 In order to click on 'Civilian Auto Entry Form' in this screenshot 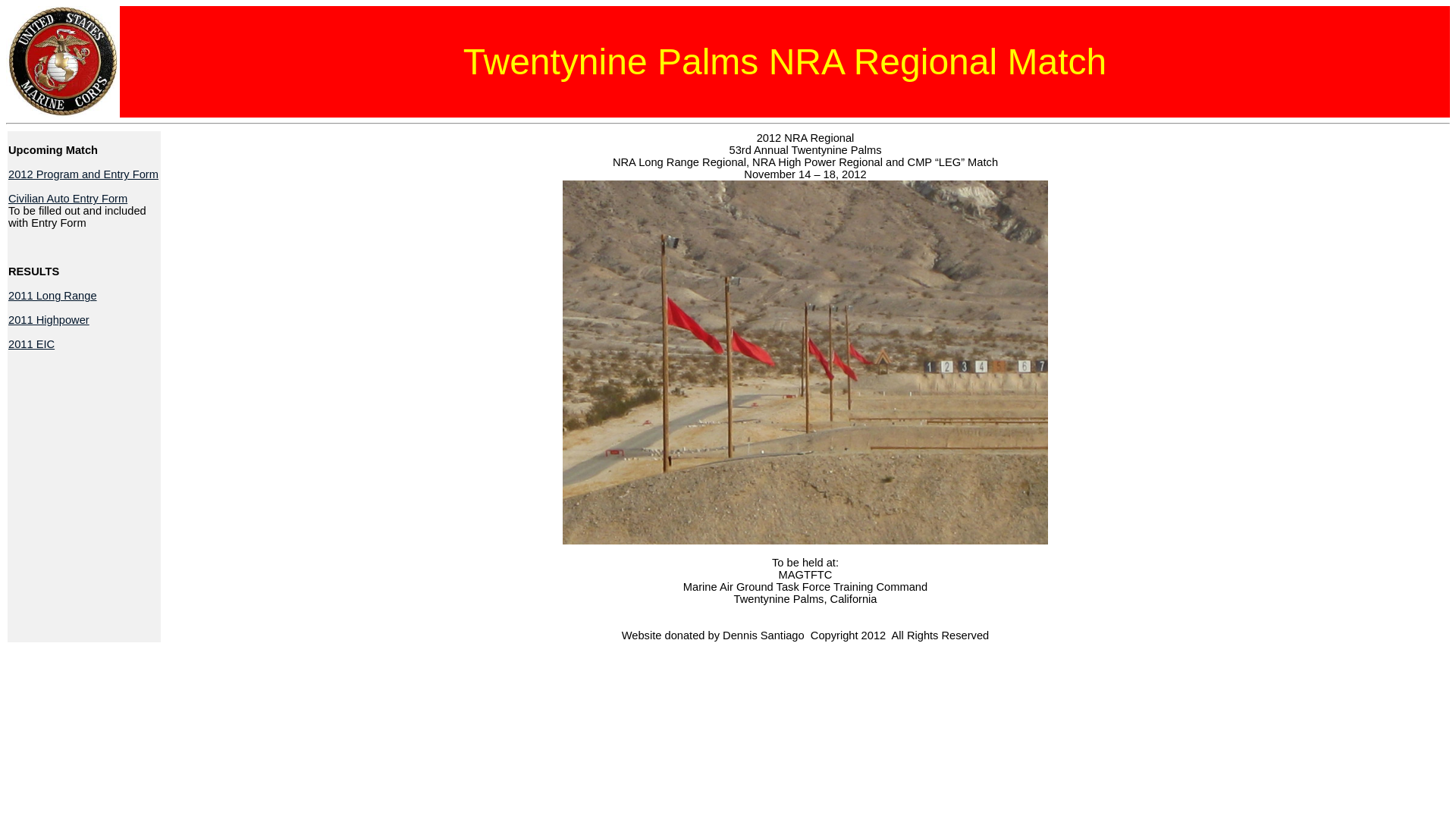, I will do `click(67, 198)`.